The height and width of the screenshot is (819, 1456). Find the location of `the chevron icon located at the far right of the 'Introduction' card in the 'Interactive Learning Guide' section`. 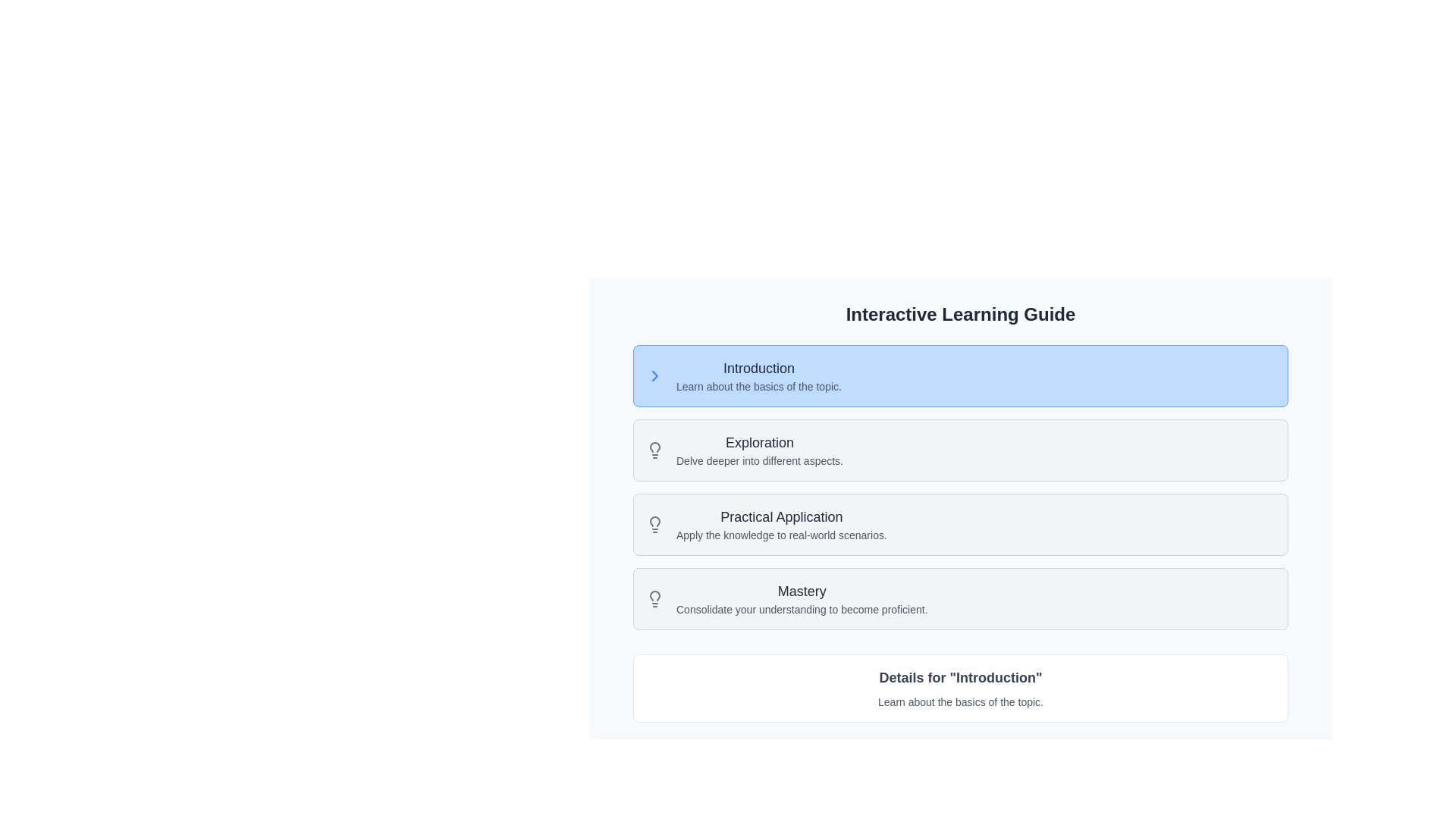

the chevron icon located at the far right of the 'Introduction' card in the 'Interactive Learning Guide' section is located at coordinates (655, 375).